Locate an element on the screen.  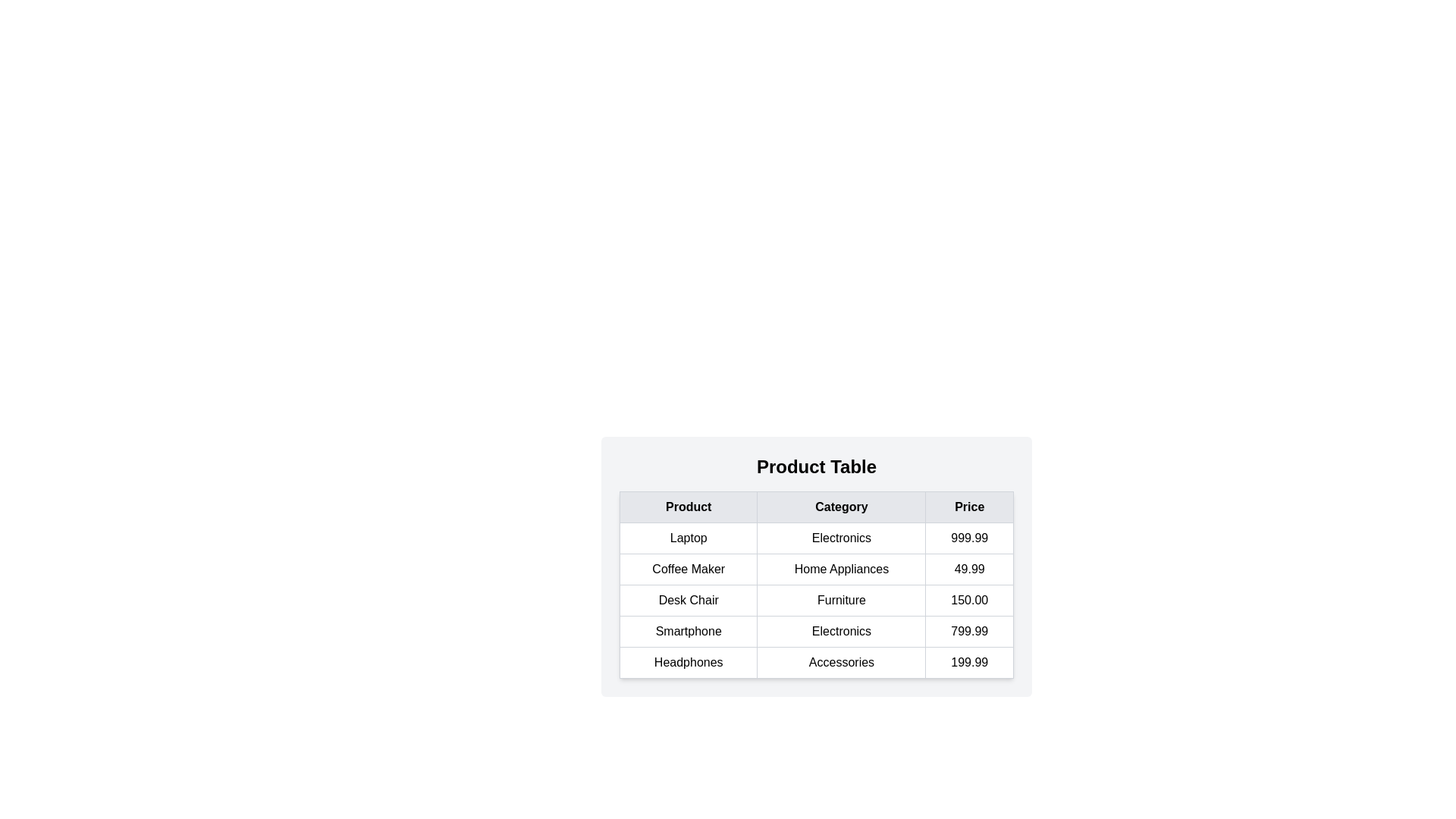
the Text Label displaying the monetary value '150.00' in the 'Price' column of the table for 'Desk Chair' is located at coordinates (968, 599).